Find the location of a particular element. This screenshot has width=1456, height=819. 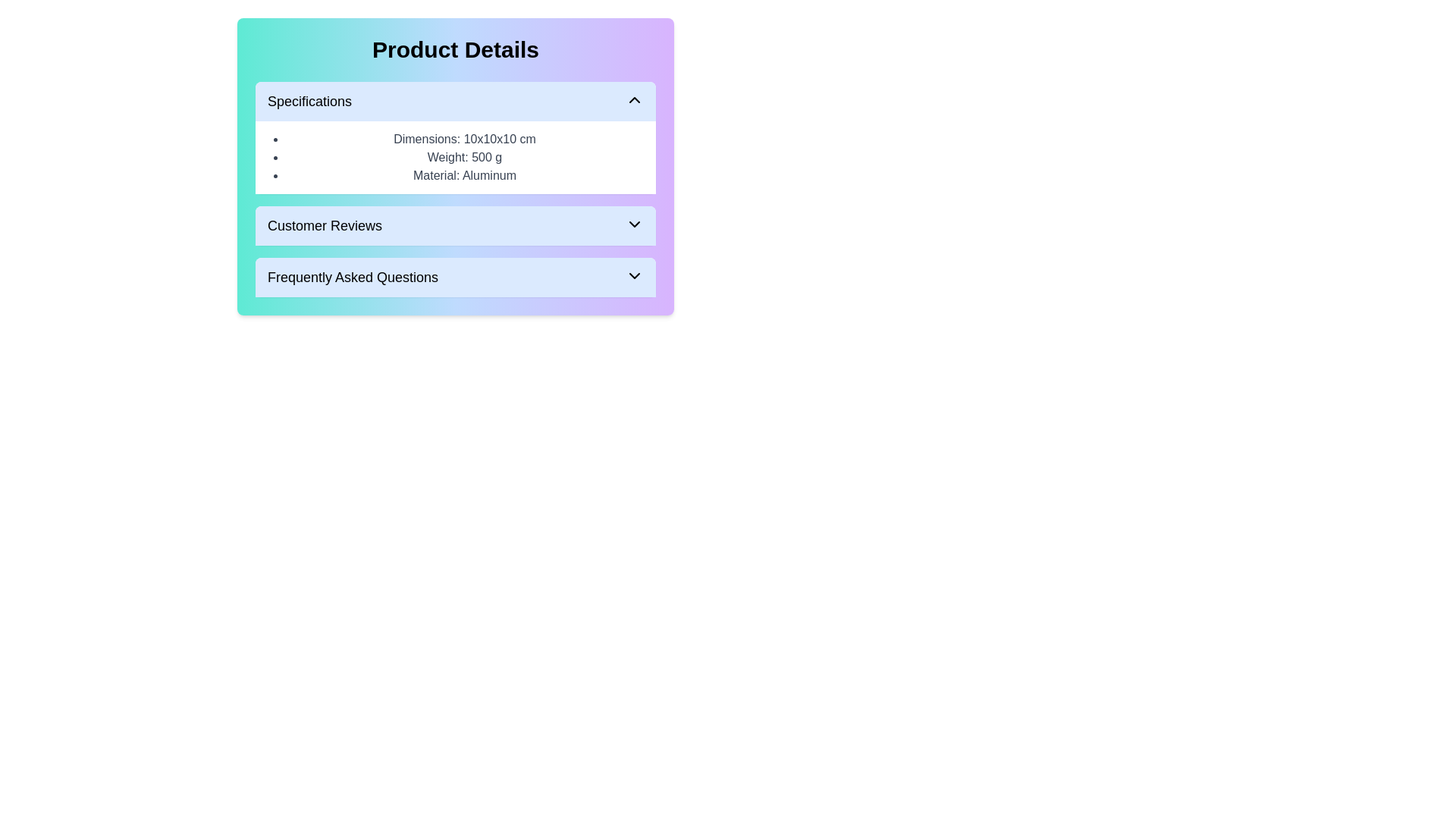

text label that communicates the dimensions of the product, located above 'Weight: 500 g' in the specifications section is located at coordinates (464, 140).